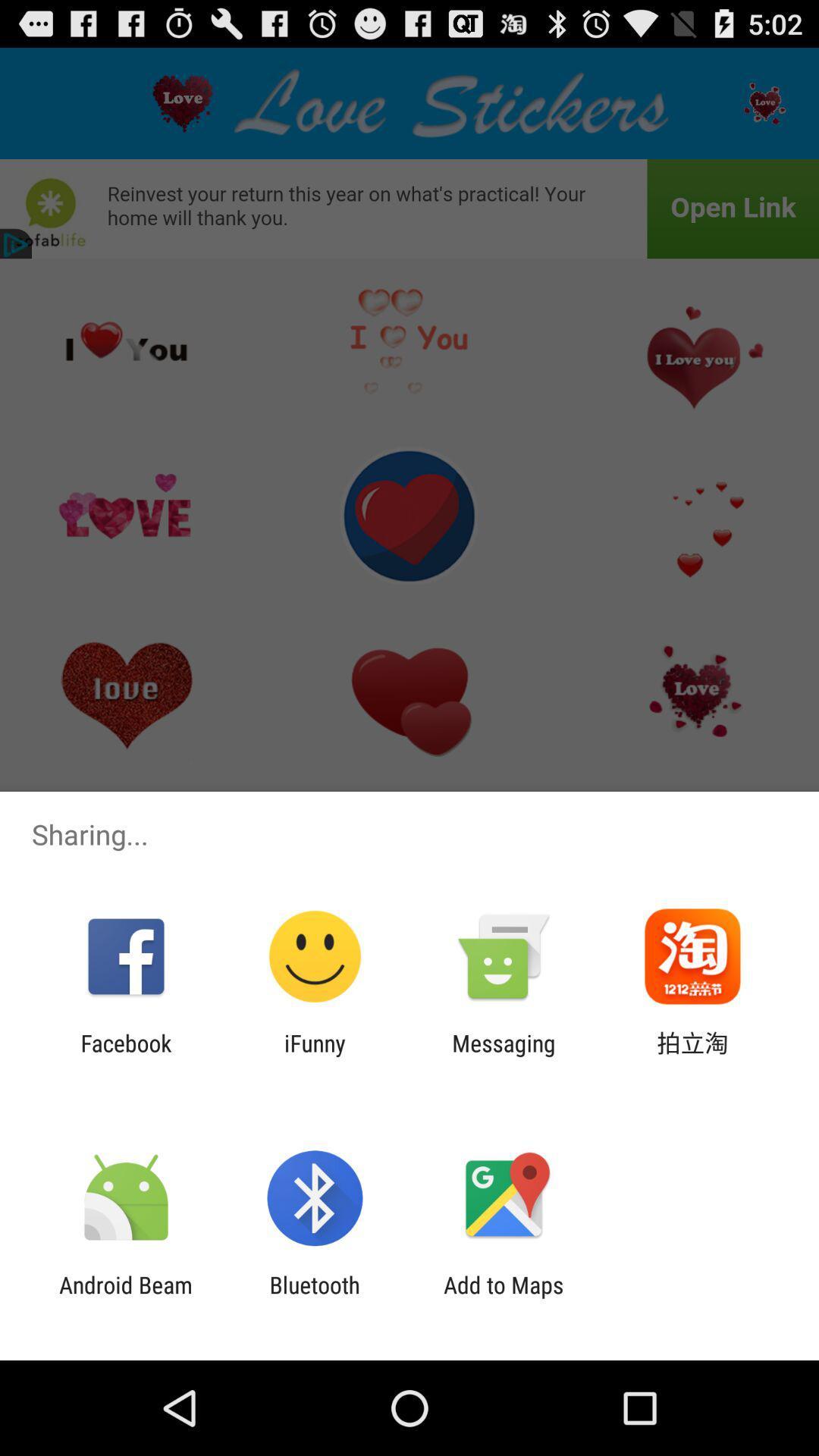  What do you see at coordinates (504, 1056) in the screenshot?
I see `the messaging app` at bounding box center [504, 1056].